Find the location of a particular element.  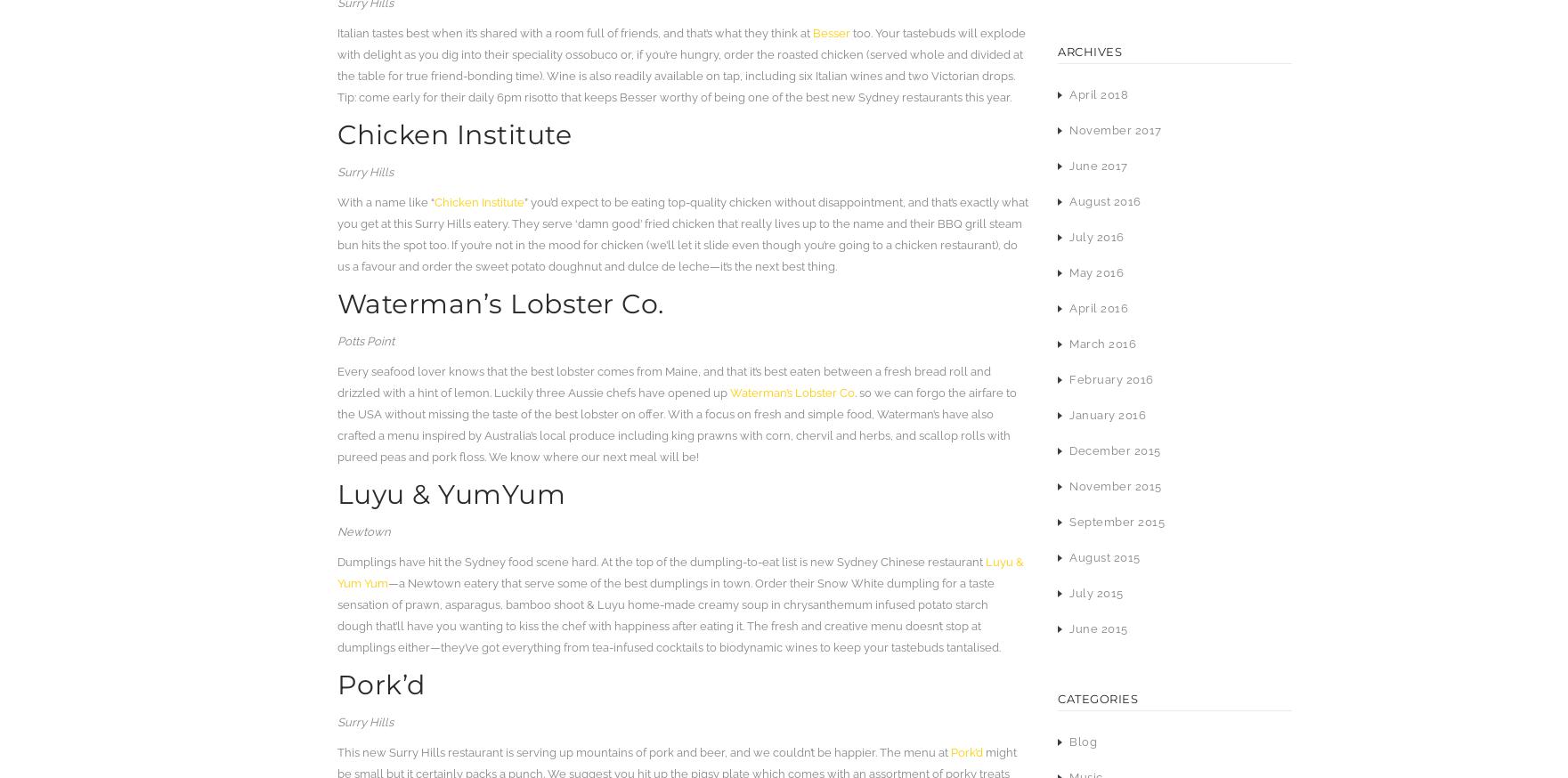

'July 2015' is located at coordinates (1095, 593).